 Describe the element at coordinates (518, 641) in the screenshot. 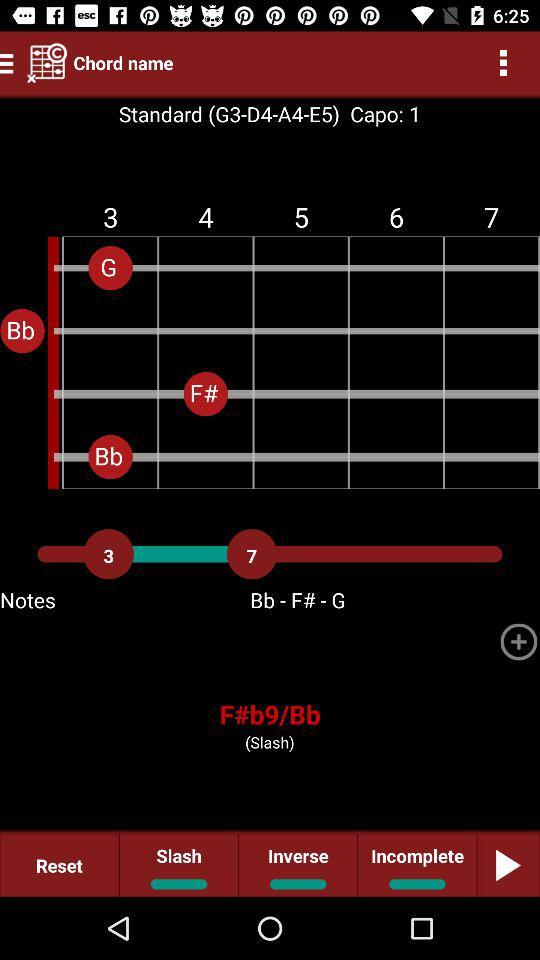

I see `the item below bb - f# - g` at that location.